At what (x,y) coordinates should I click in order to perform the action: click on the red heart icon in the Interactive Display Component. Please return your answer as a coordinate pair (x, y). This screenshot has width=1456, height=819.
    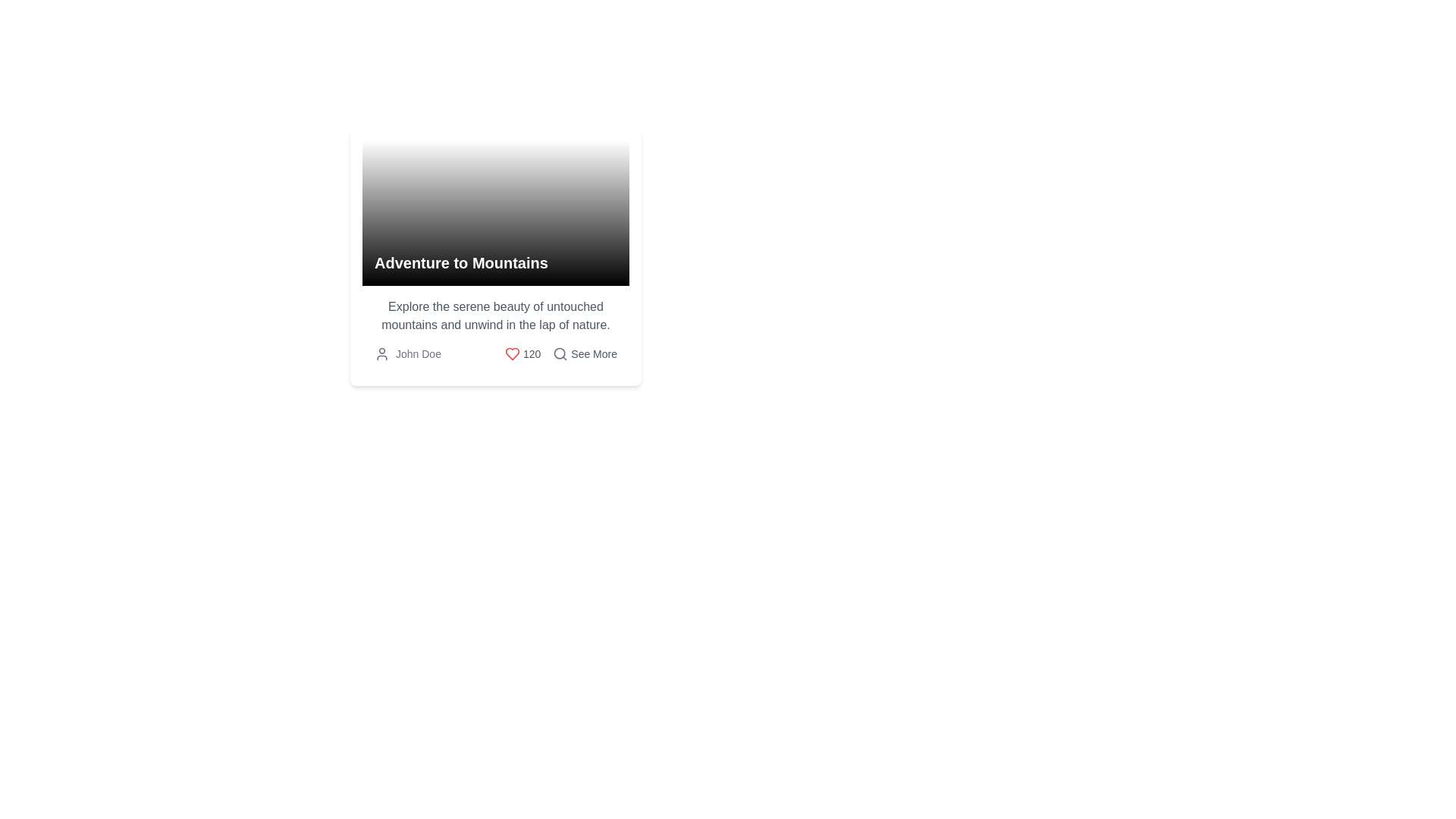
    Looking at the image, I should click on (522, 353).